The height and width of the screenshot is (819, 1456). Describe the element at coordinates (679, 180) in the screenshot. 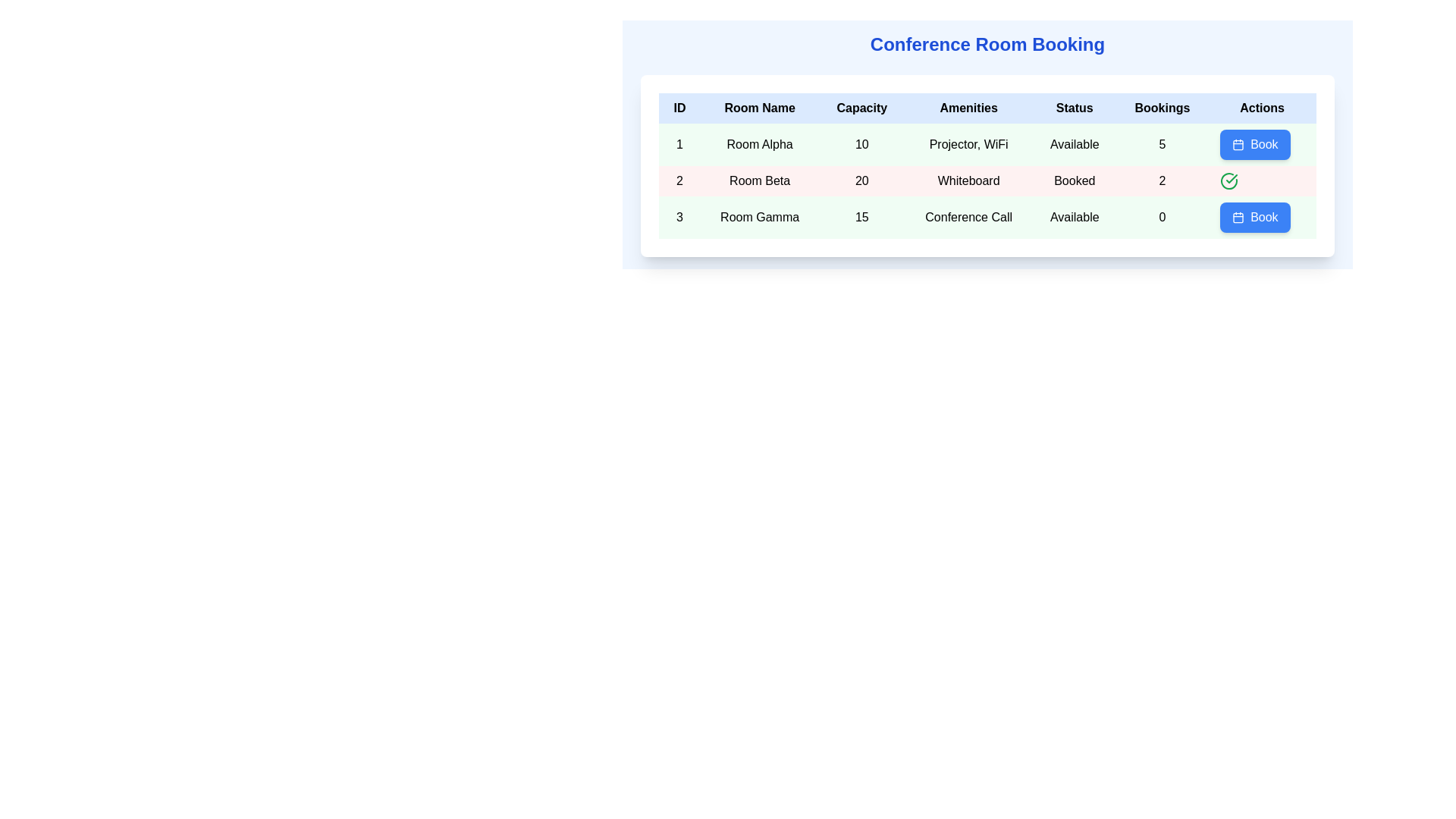

I see `the text label in the second row of the table under the 'ID' column, which identifies 'Room Beta'` at that location.